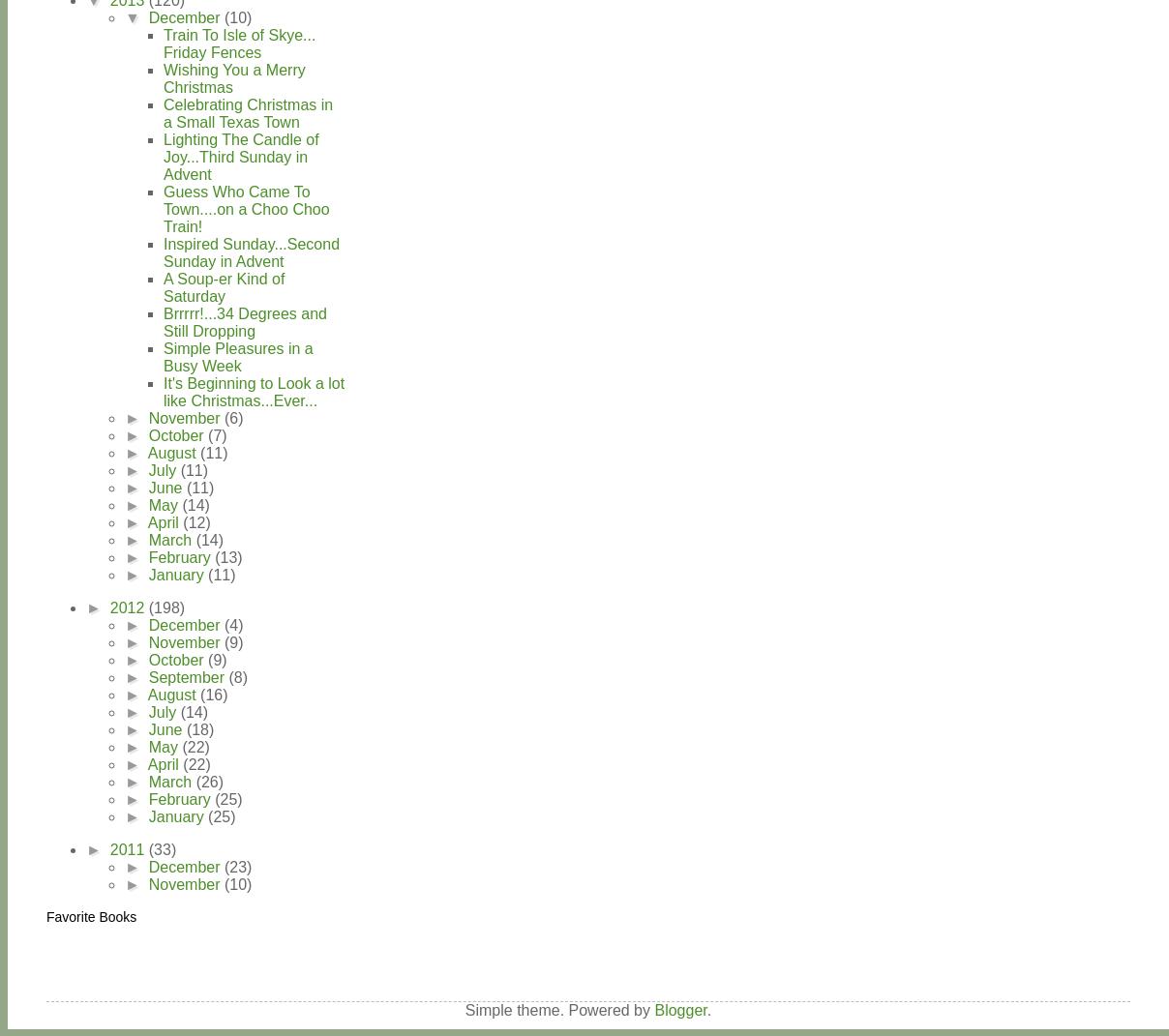  What do you see at coordinates (232, 417) in the screenshot?
I see `'(6)'` at bounding box center [232, 417].